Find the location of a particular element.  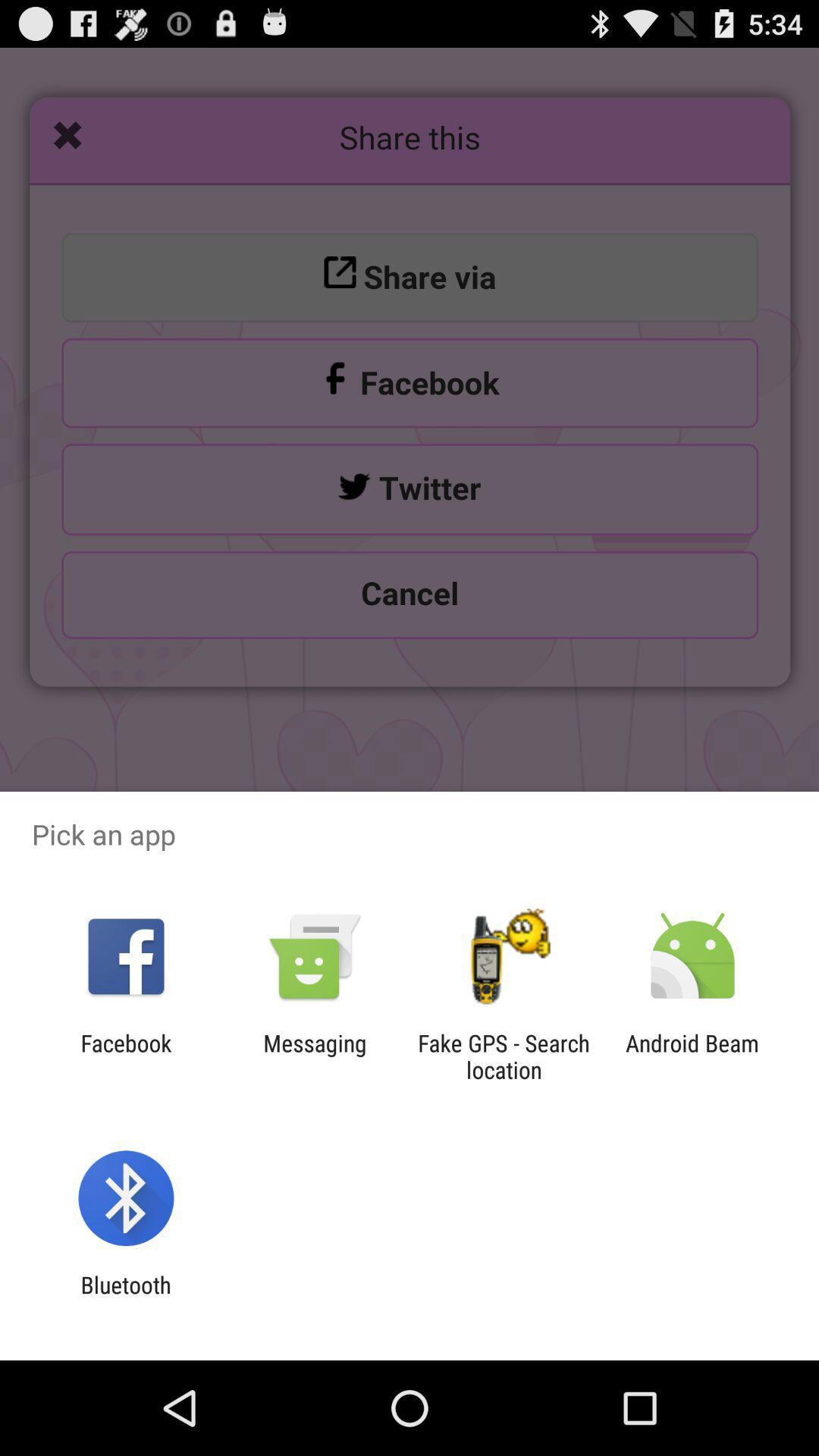

the item to the right of the fake gps search app is located at coordinates (692, 1056).